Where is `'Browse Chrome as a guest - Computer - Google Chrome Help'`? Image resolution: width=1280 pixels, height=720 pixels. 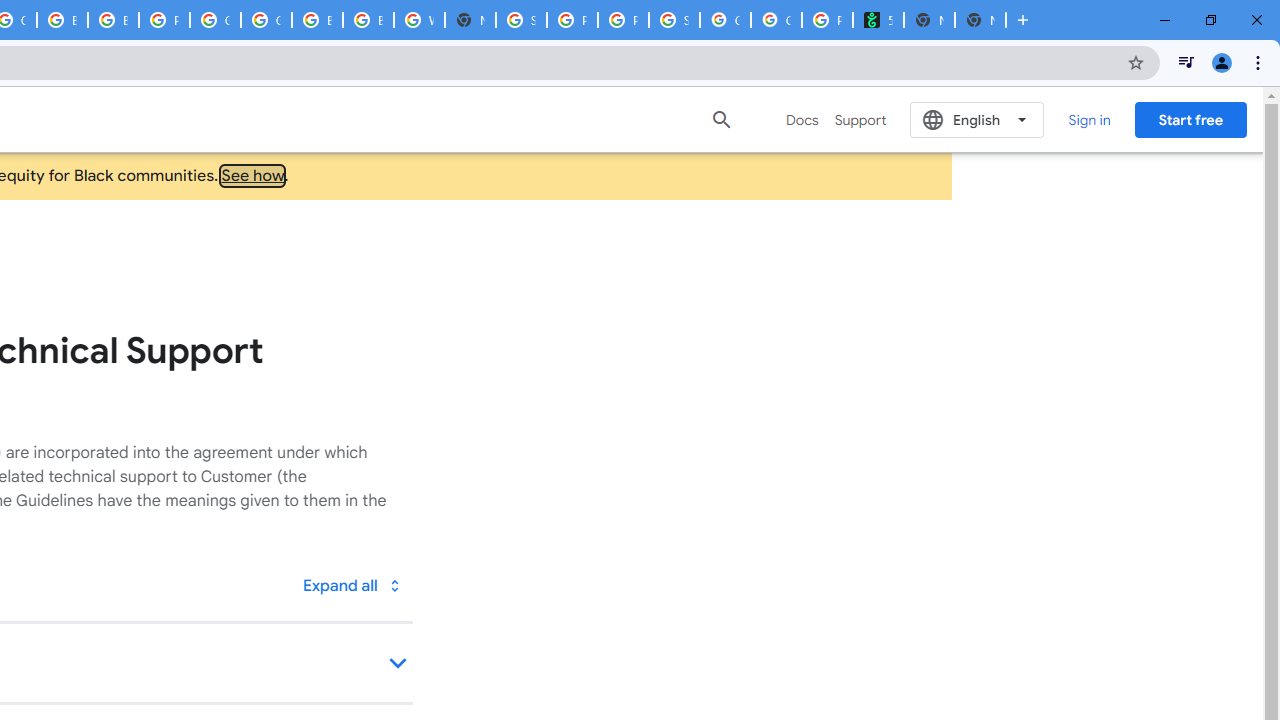
'Browse Chrome as a guest - Computer - Google Chrome Help' is located at coordinates (316, 20).